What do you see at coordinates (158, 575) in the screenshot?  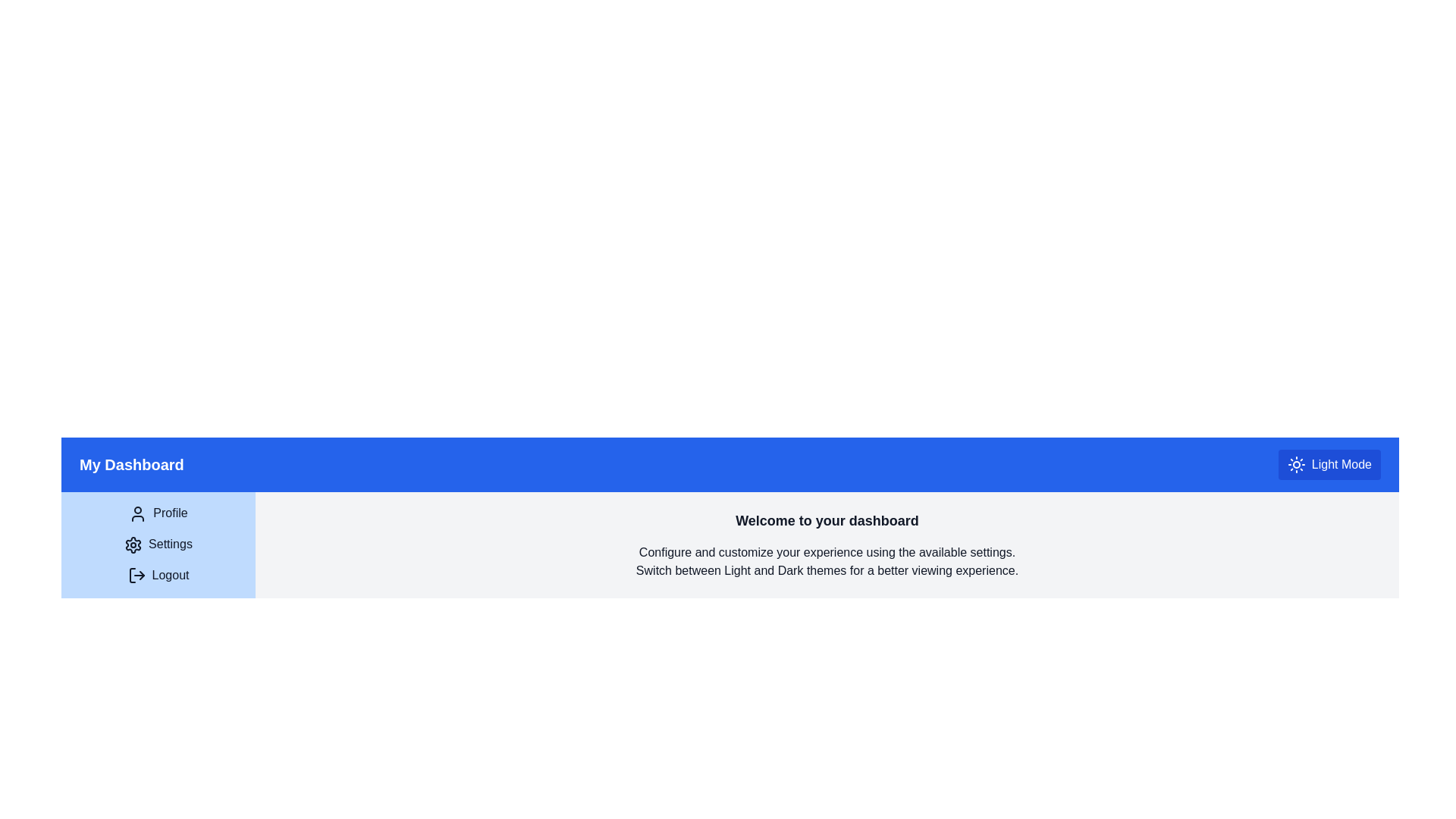 I see `the 'Logout' button, which is a pale blue rectangular button with a black arrow icon and the text 'Logout', located beneath the 'Profile' and 'Settings' buttons` at bounding box center [158, 575].